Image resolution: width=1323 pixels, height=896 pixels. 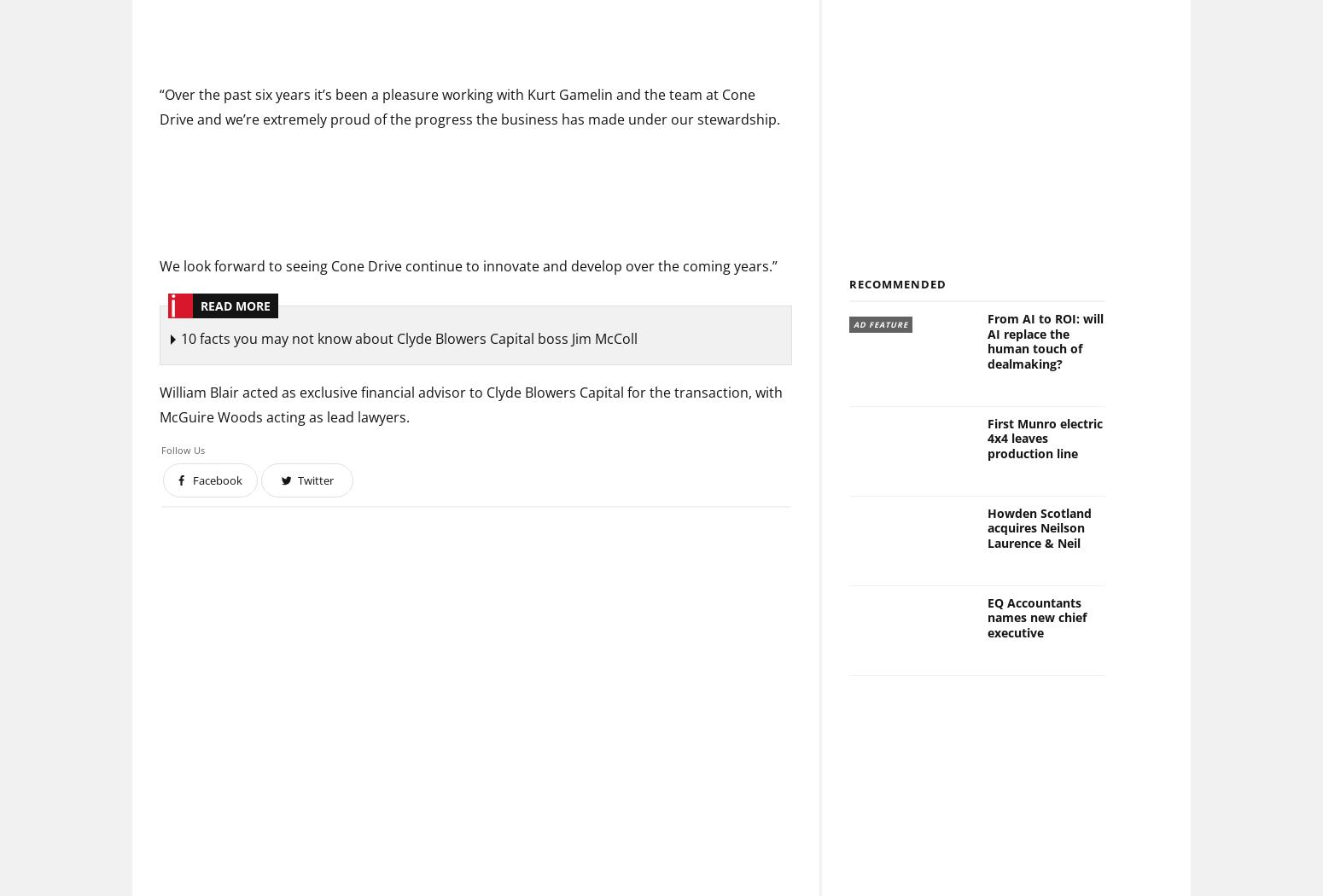 What do you see at coordinates (1044, 437) in the screenshot?
I see `'First Munro electric 4x4 leaves production line'` at bounding box center [1044, 437].